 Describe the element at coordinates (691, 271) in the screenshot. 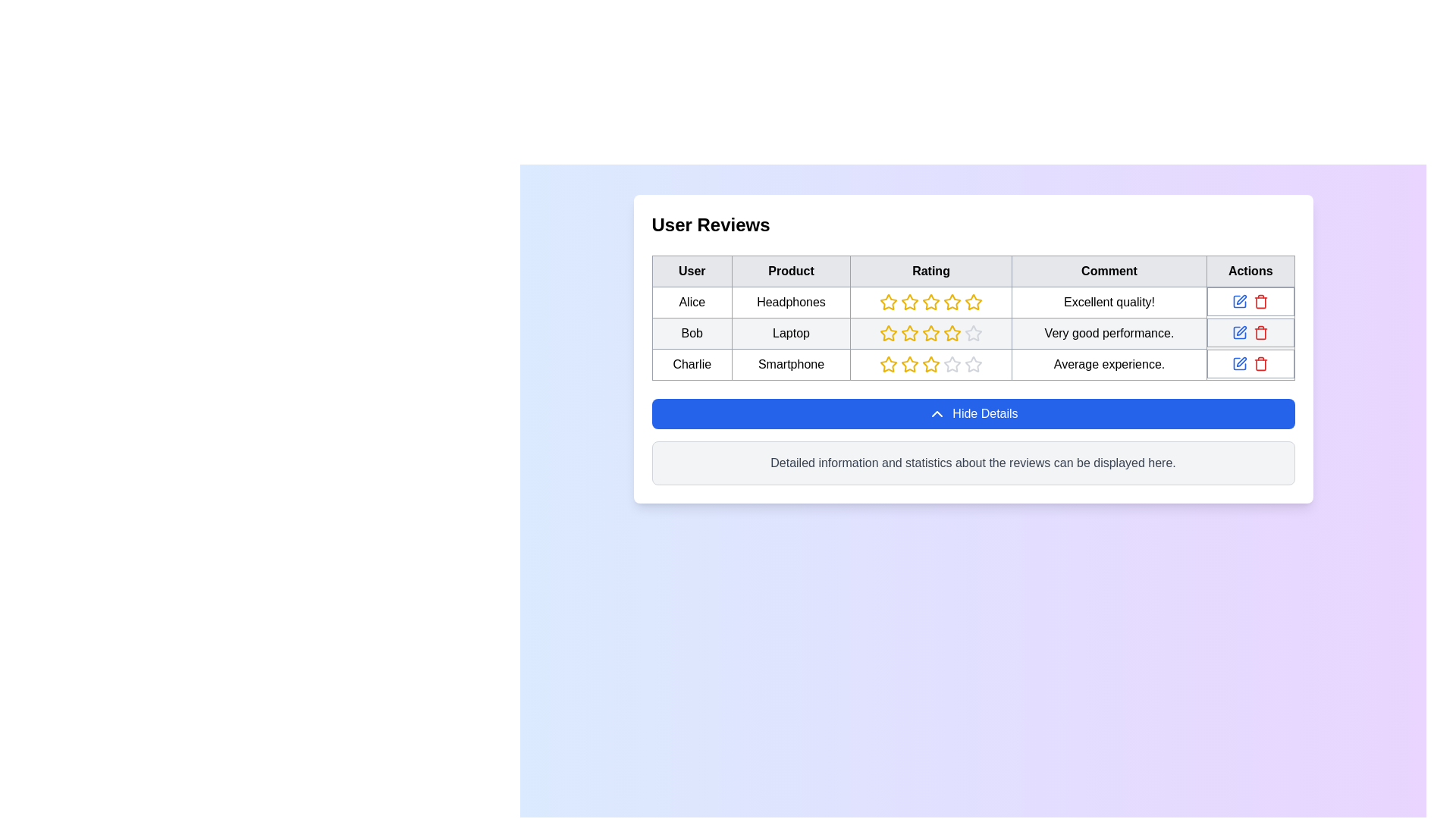

I see `the Table Header Cell containing the bold text 'User' with a light gray background` at that location.